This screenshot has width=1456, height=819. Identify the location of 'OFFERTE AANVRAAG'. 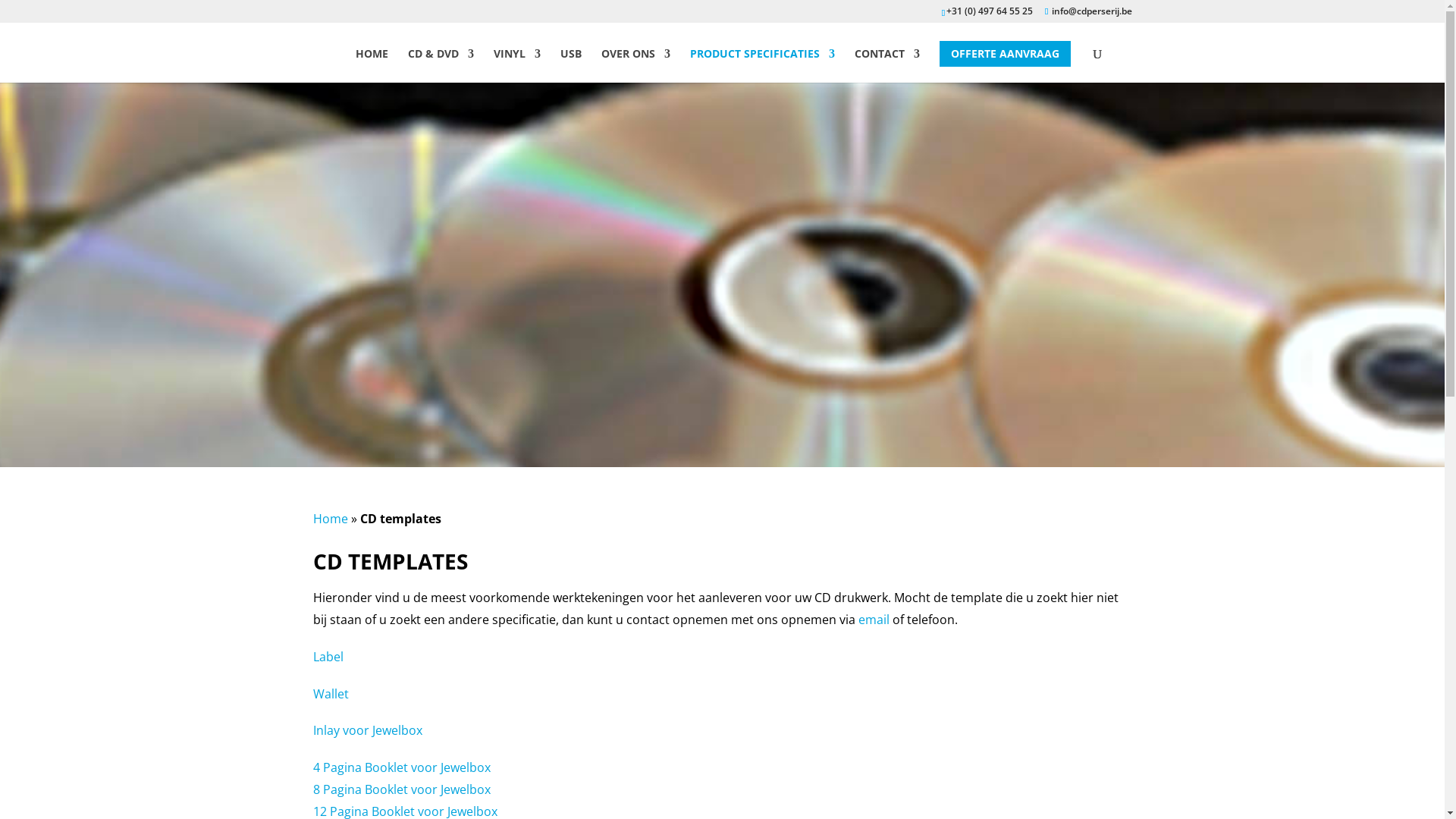
(1005, 52).